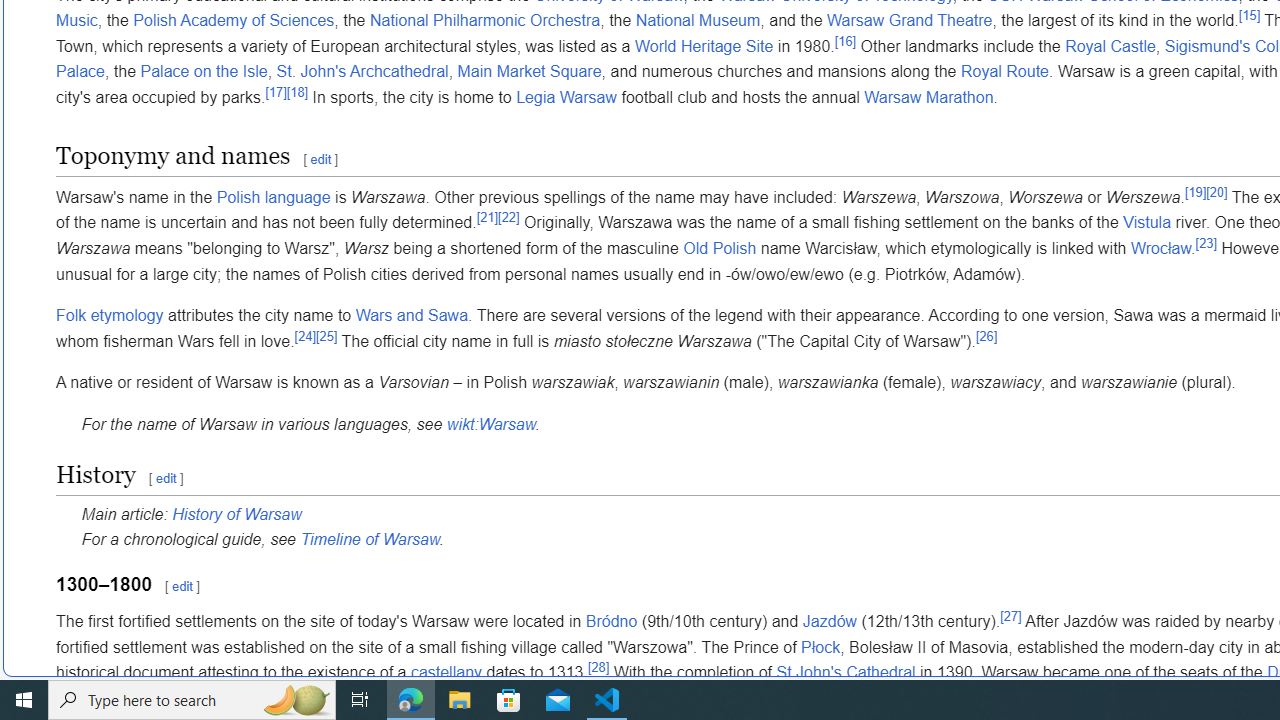  What do you see at coordinates (698, 21) in the screenshot?
I see `'National Museum'` at bounding box center [698, 21].